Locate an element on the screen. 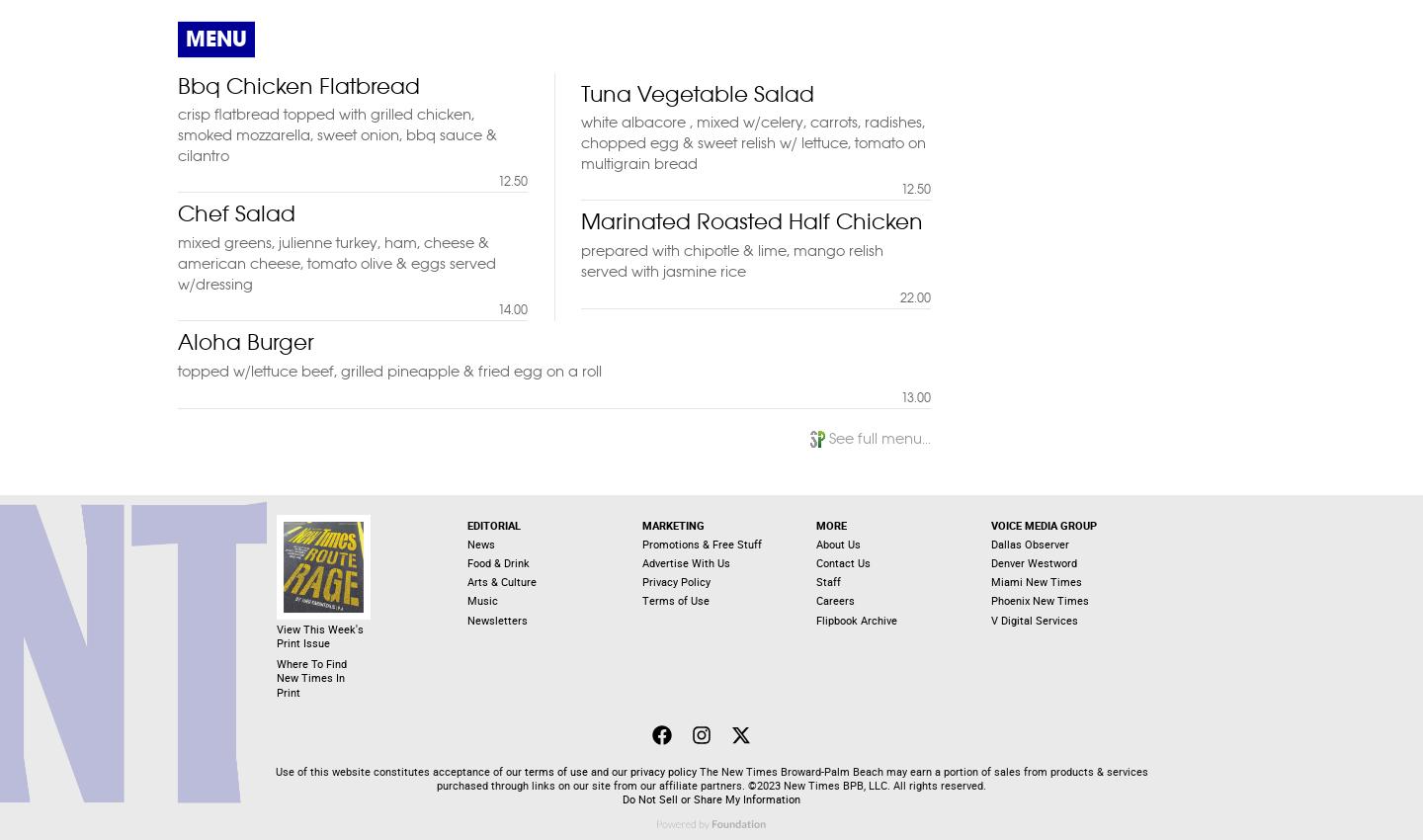 Image resolution: width=1423 pixels, height=840 pixels. 'Do Not Sell or Share My Information' is located at coordinates (711, 798).